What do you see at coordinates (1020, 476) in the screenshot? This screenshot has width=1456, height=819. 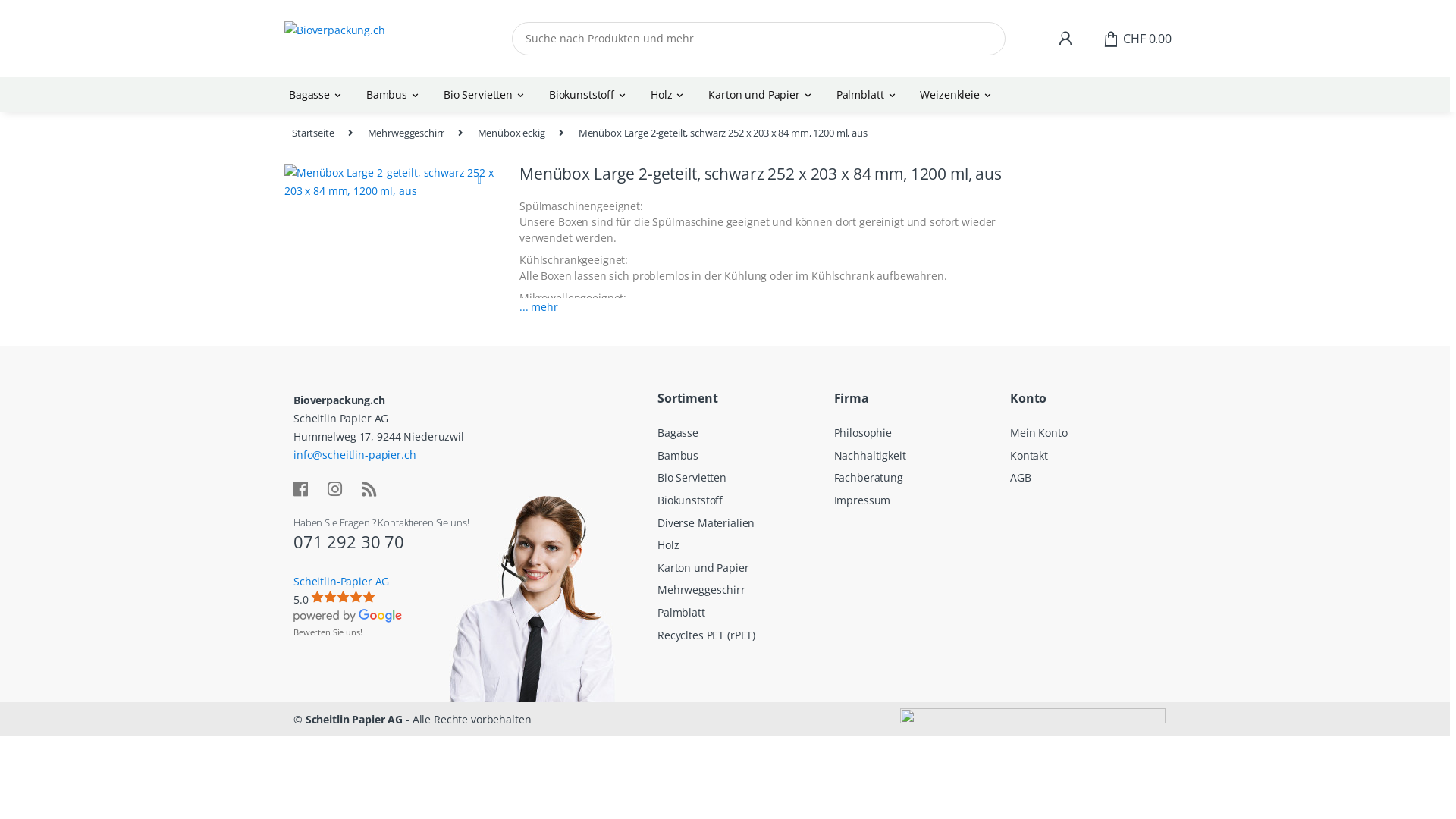 I see `'AGB'` at bounding box center [1020, 476].